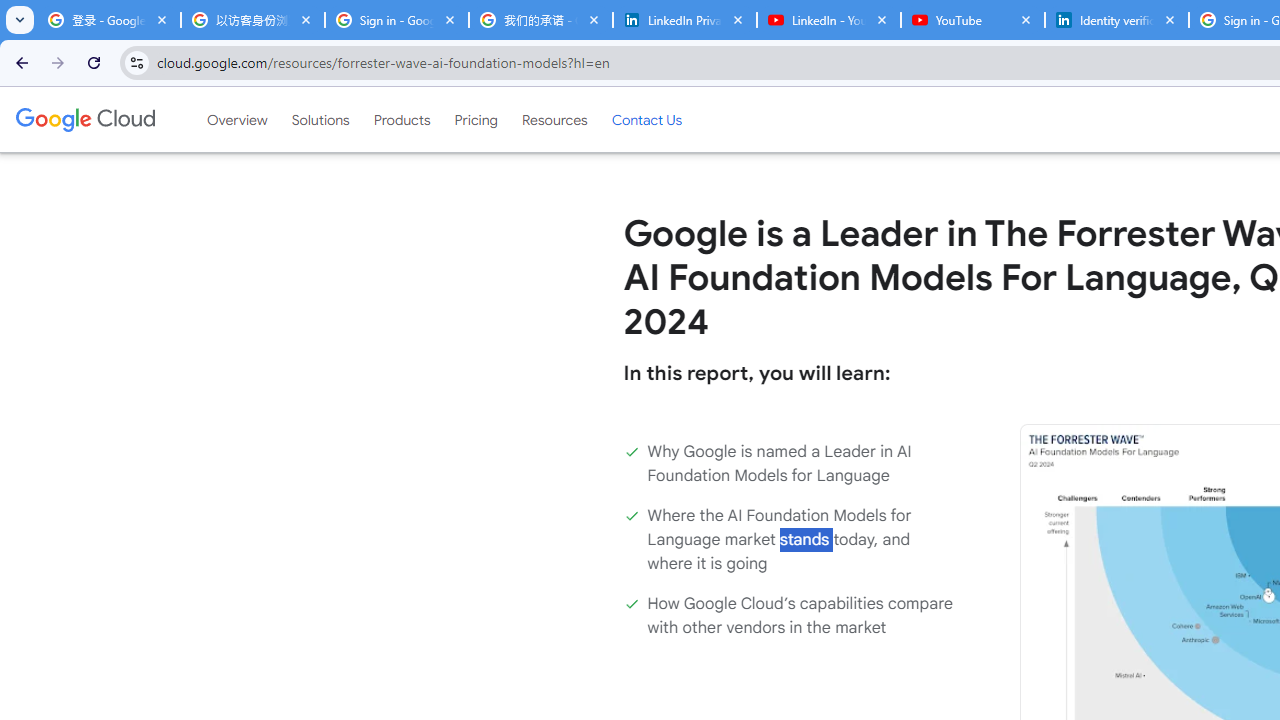 This screenshot has height=720, width=1280. What do you see at coordinates (320, 119) in the screenshot?
I see `'Solutions'` at bounding box center [320, 119].